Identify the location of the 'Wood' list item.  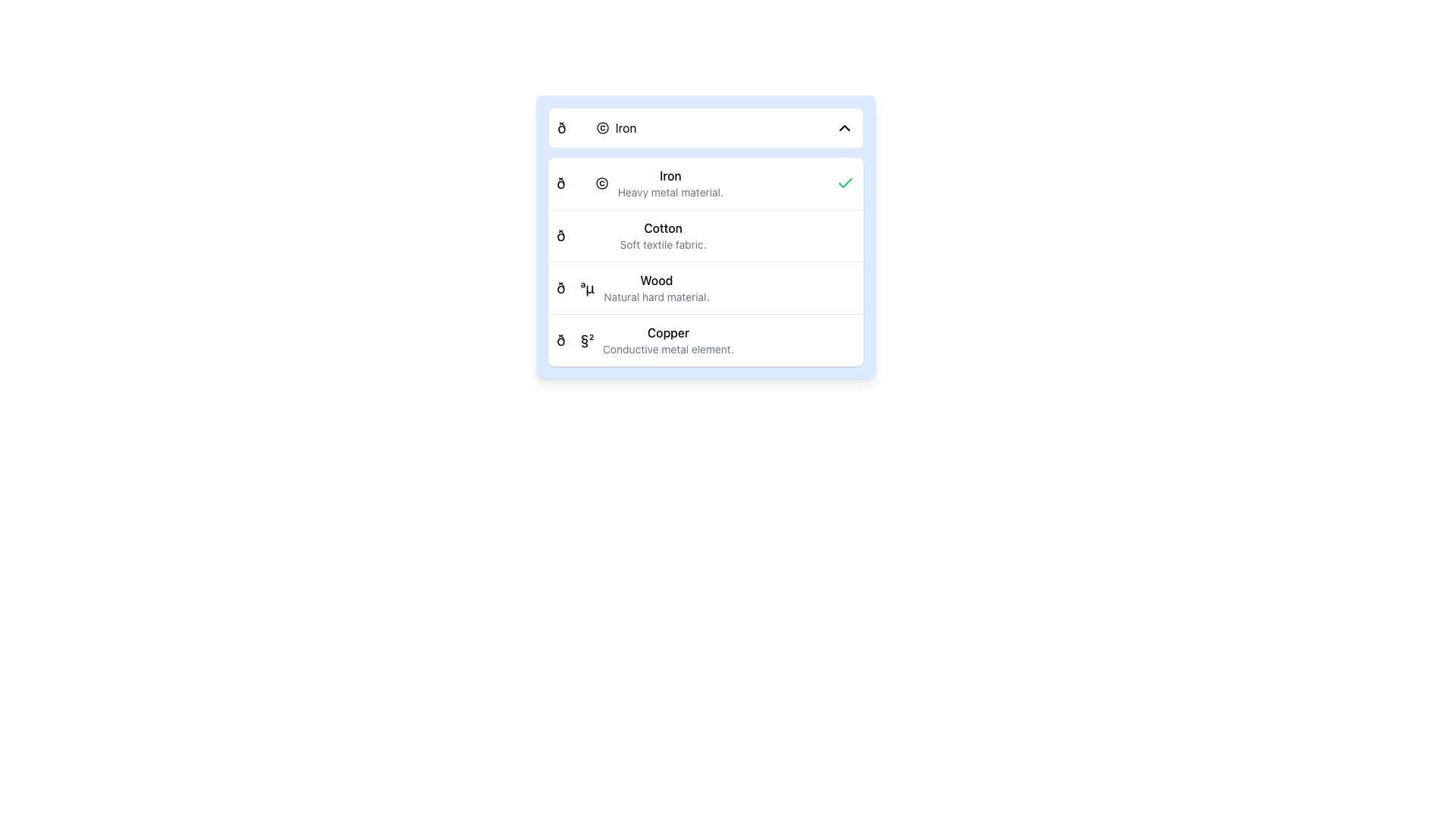
(633, 288).